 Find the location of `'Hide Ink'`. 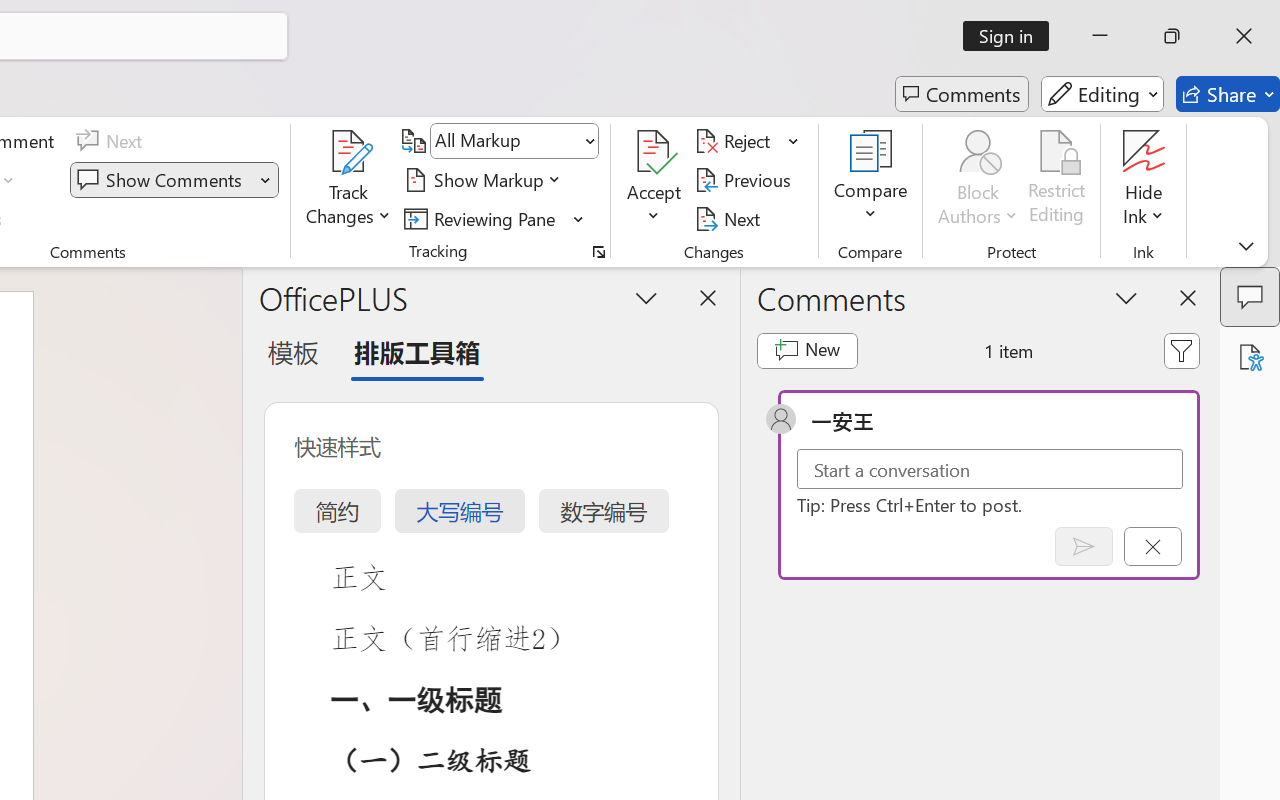

'Hide Ink' is located at coordinates (1144, 151).